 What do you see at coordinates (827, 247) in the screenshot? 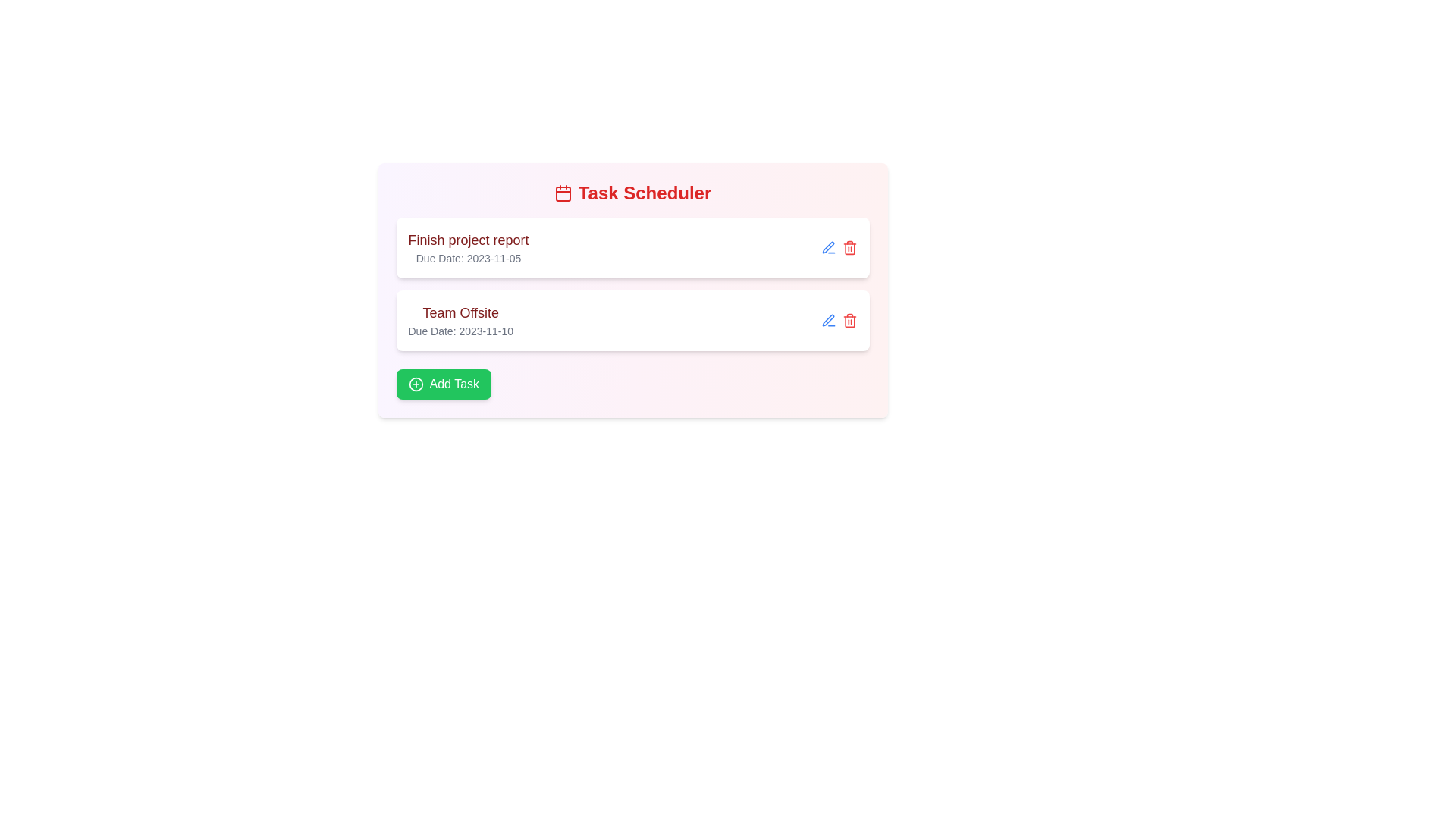
I see `the edit icon for the task labeled 'Finish project report'` at bounding box center [827, 247].